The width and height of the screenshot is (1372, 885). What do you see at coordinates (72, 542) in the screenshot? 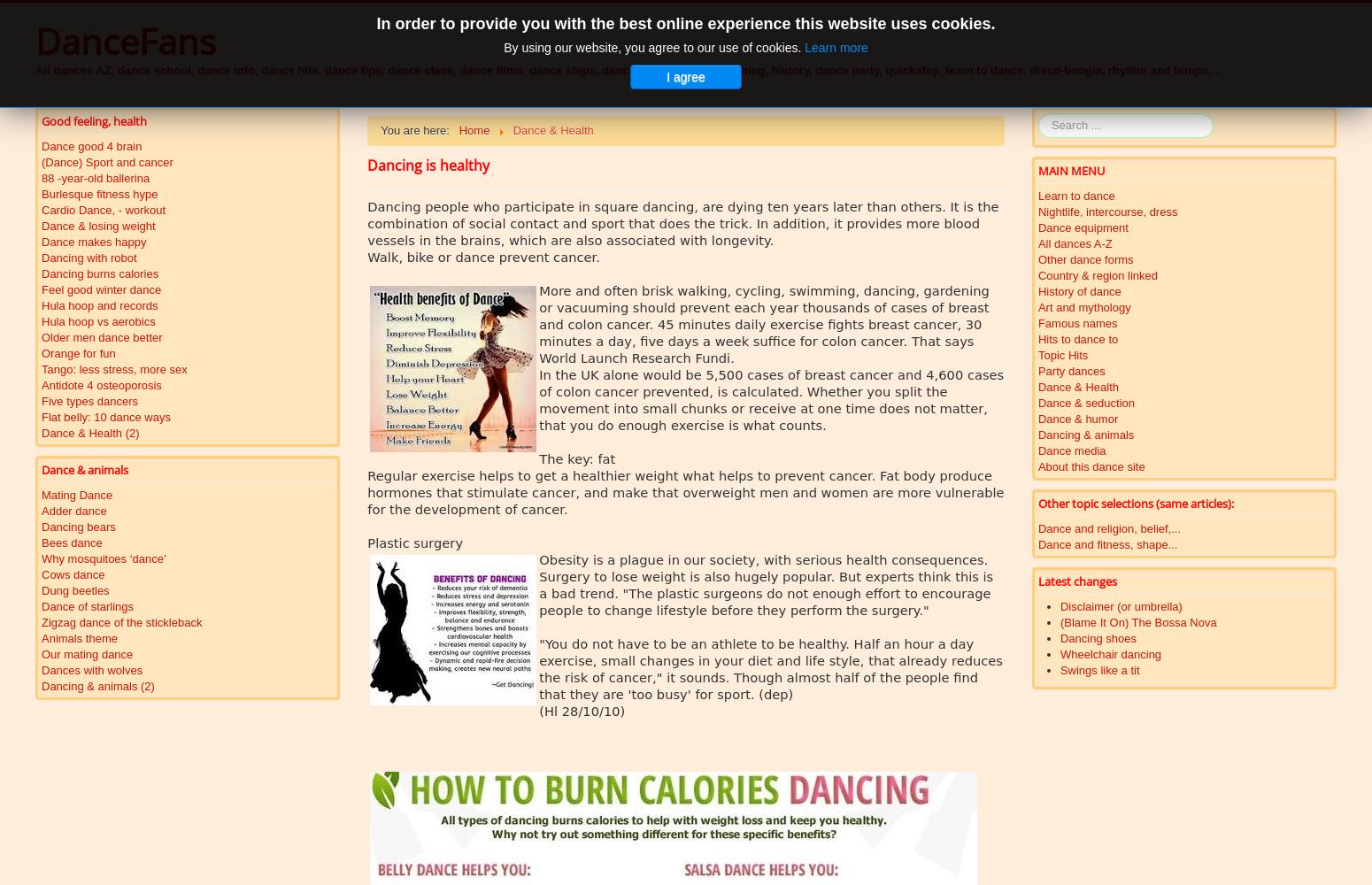
I see `'Bees dance'` at bounding box center [72, 542].